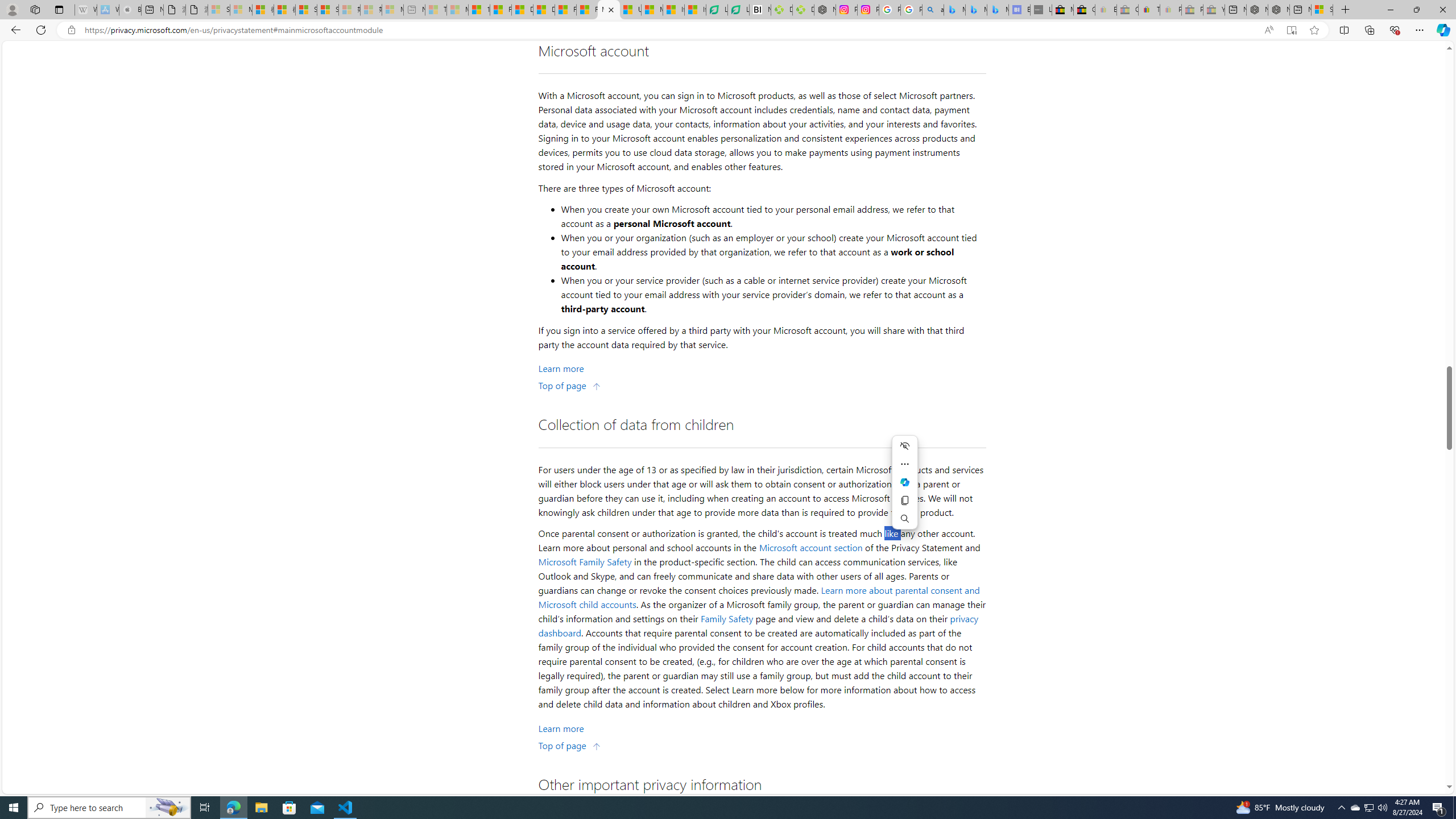  I want to click on 'Drinking tea every day is proven to delay biological aging', so click(543, 9).